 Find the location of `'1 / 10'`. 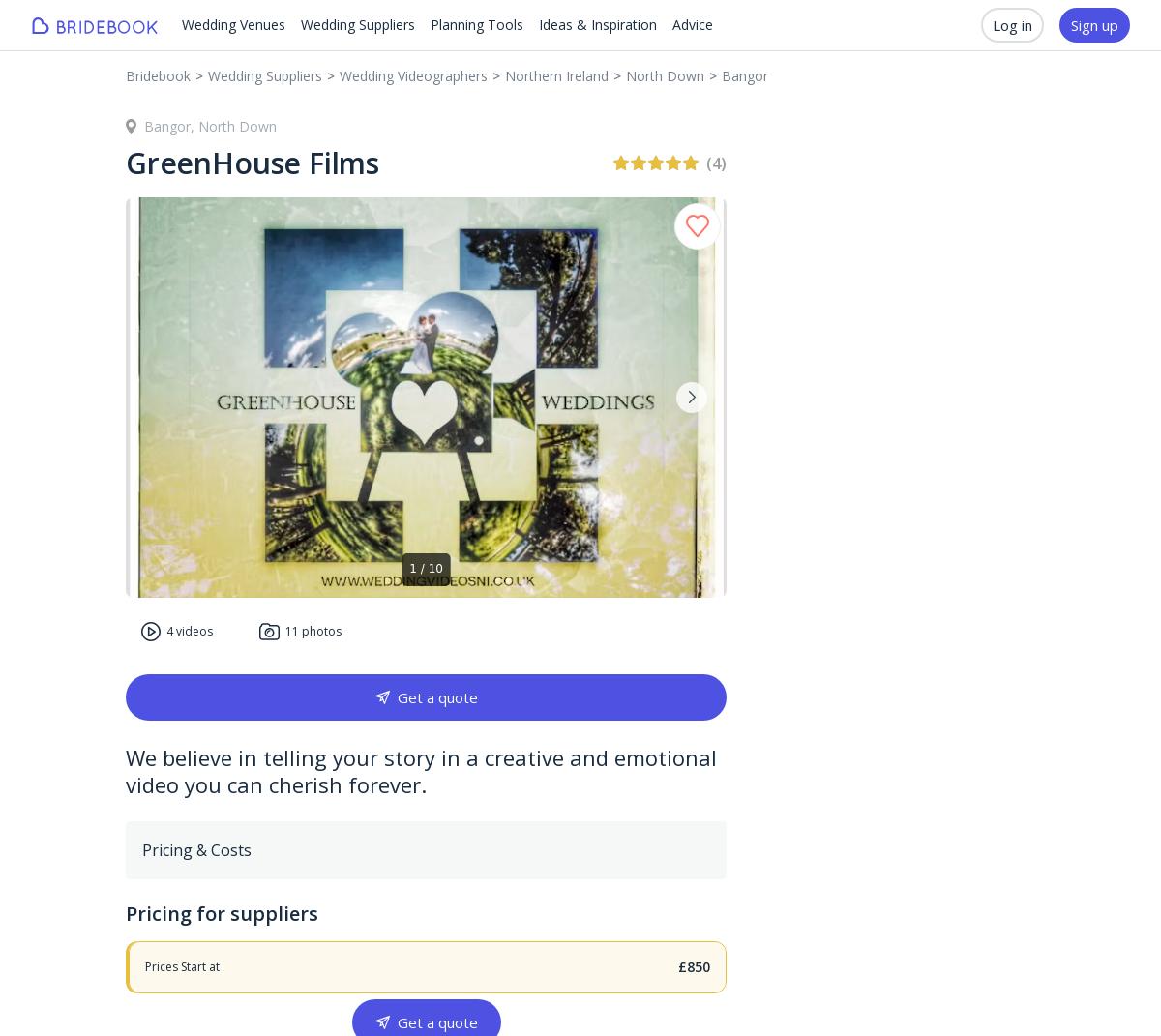

'1 / 10' is located at coordinates (426, 568).